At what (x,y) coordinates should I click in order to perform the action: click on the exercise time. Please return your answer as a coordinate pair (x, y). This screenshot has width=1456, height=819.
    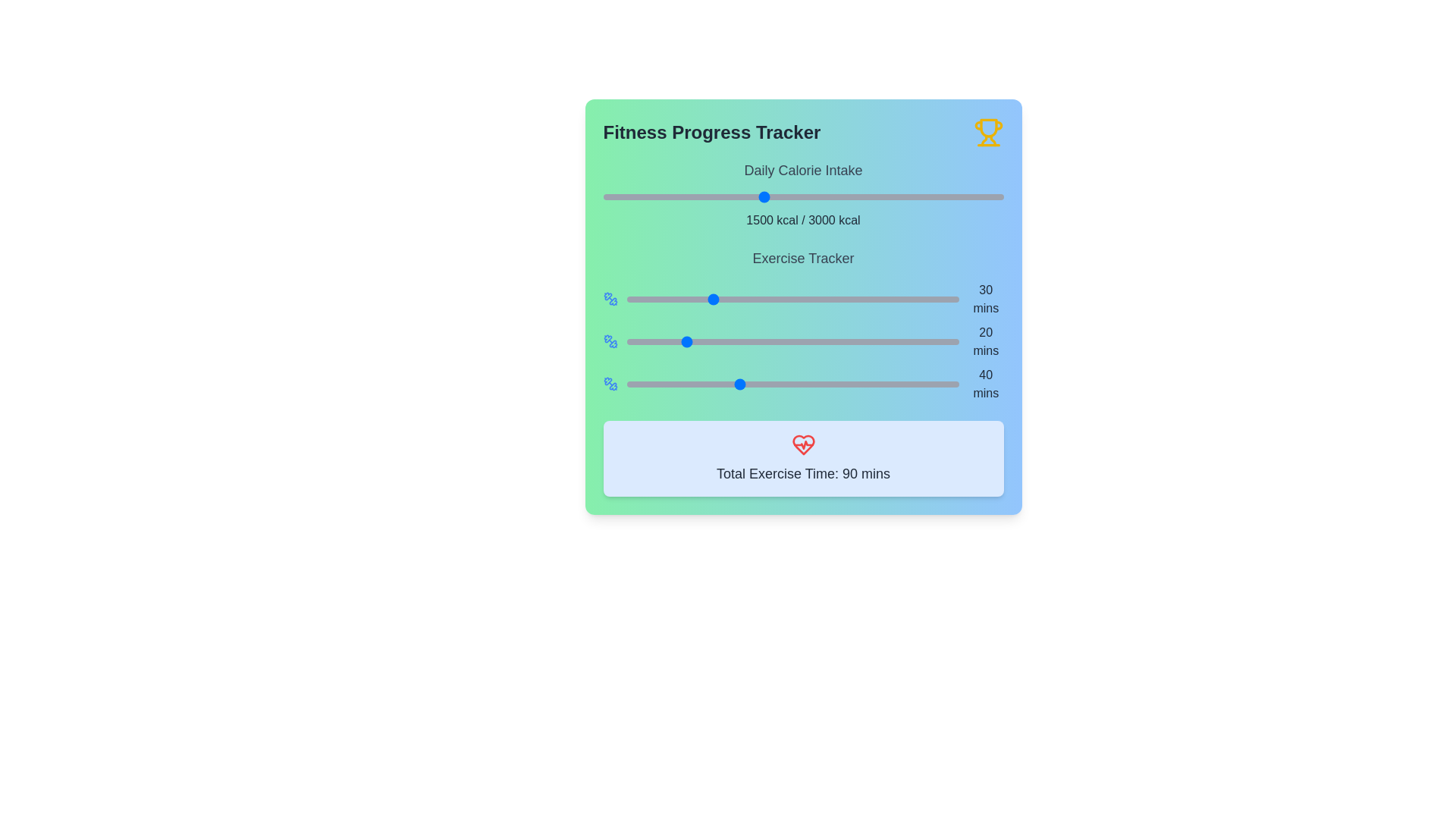
    Looking at the image, I should click on (809, 383).